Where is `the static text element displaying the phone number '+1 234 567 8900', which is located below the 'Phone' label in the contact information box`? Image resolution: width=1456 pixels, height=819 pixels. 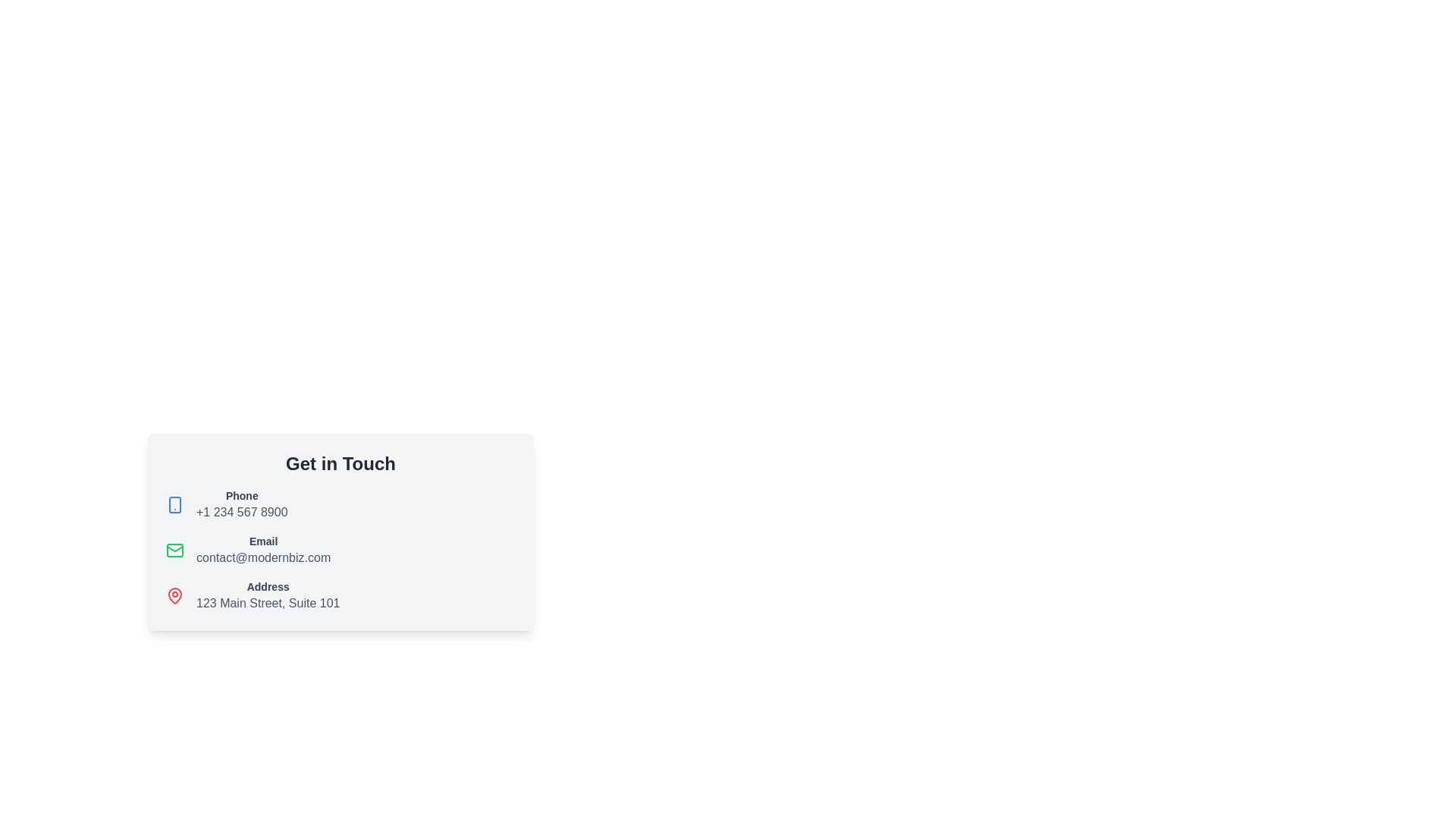
the static text element displaying the phone number '+1 234 567 8900', which is located below the 'Phone' label in the contact information box is located at coordinates (241, 512).